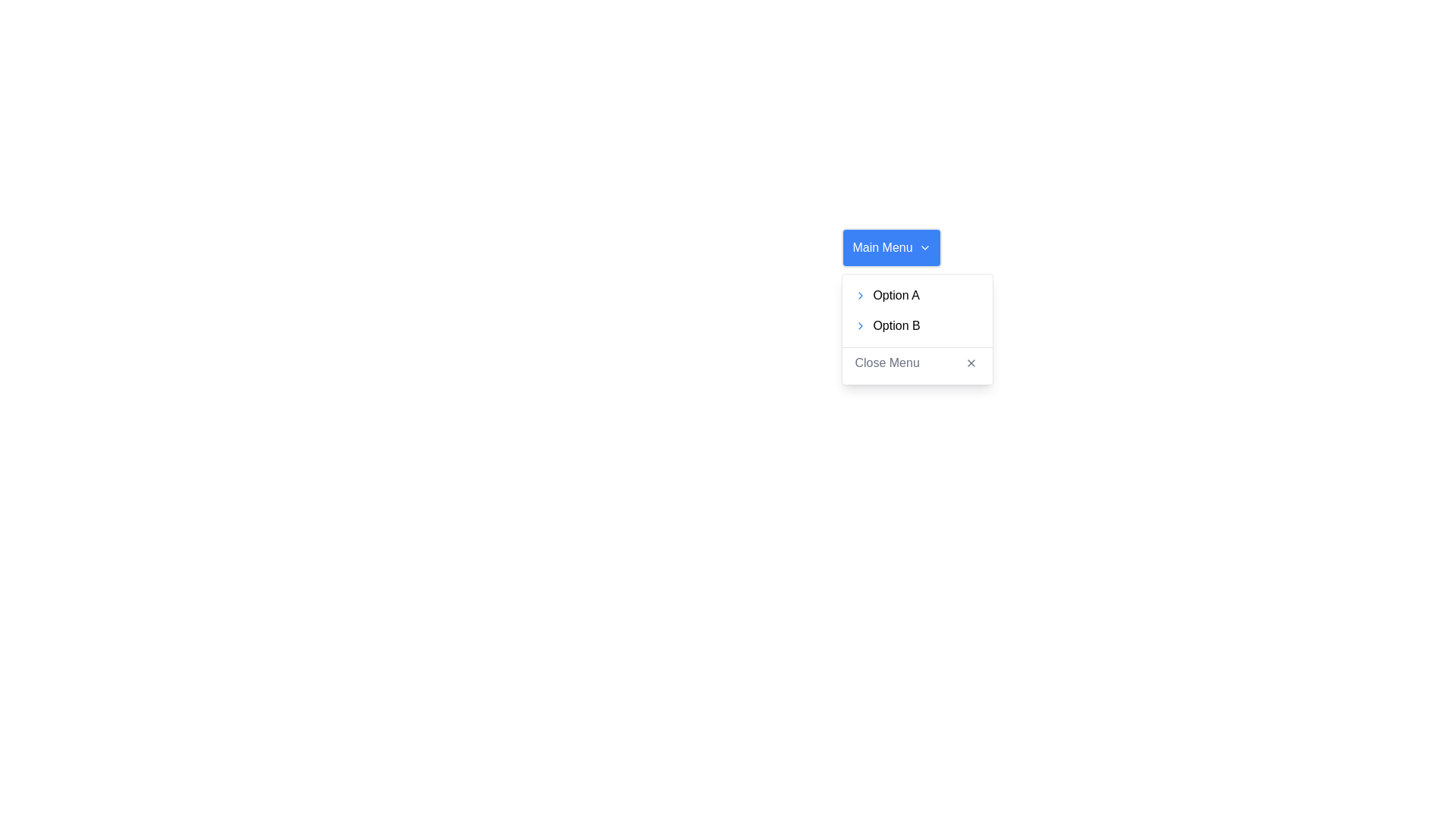  What do you see at coordinates (860, 295) in the screenshot?
I see `the blue chevron-right icon located to the left of the 'Option A' text to interact with it` at bounding box center [860, 295].